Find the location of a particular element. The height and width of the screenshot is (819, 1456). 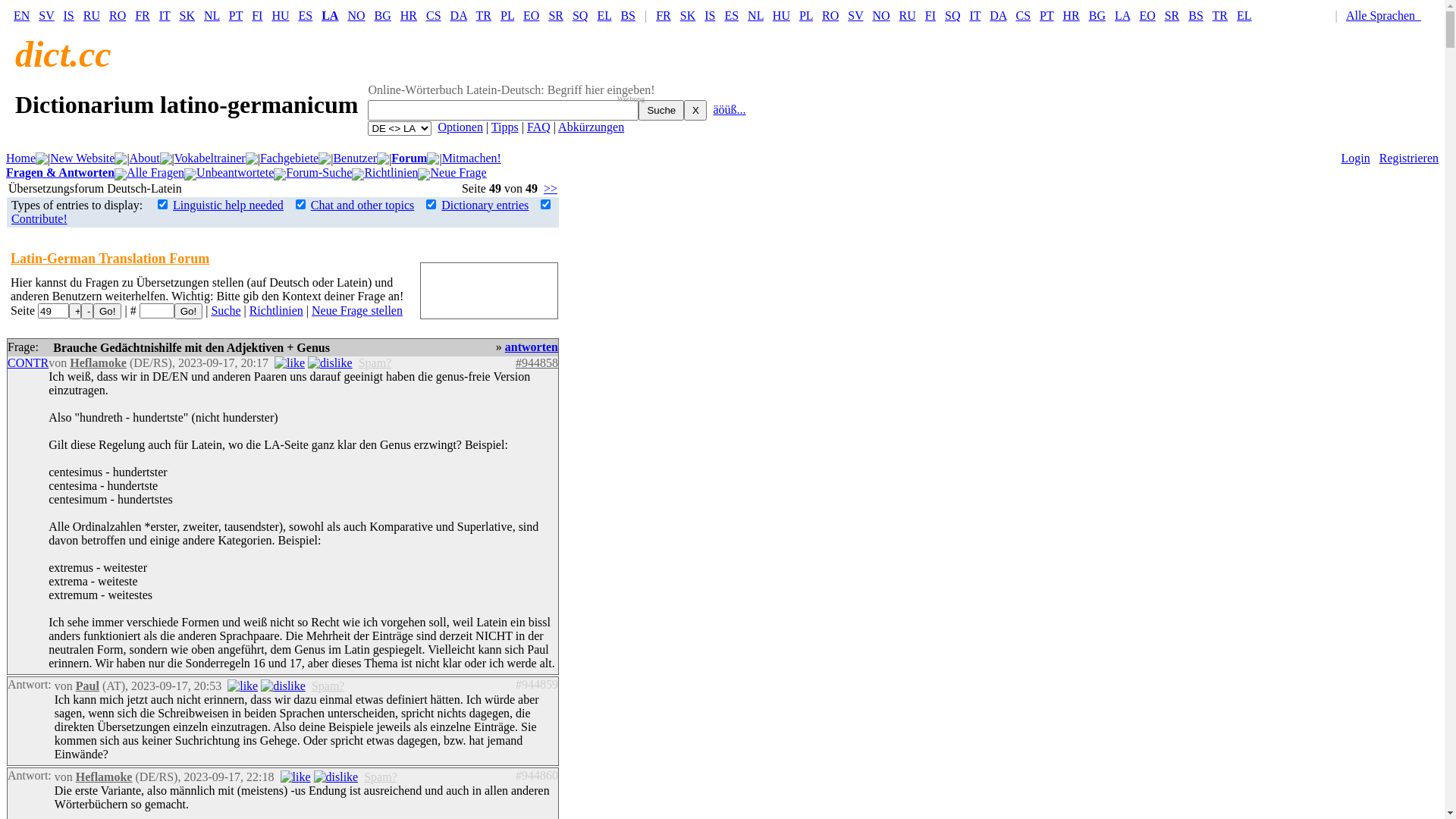

'HR' is located at coordinates (408, 15).